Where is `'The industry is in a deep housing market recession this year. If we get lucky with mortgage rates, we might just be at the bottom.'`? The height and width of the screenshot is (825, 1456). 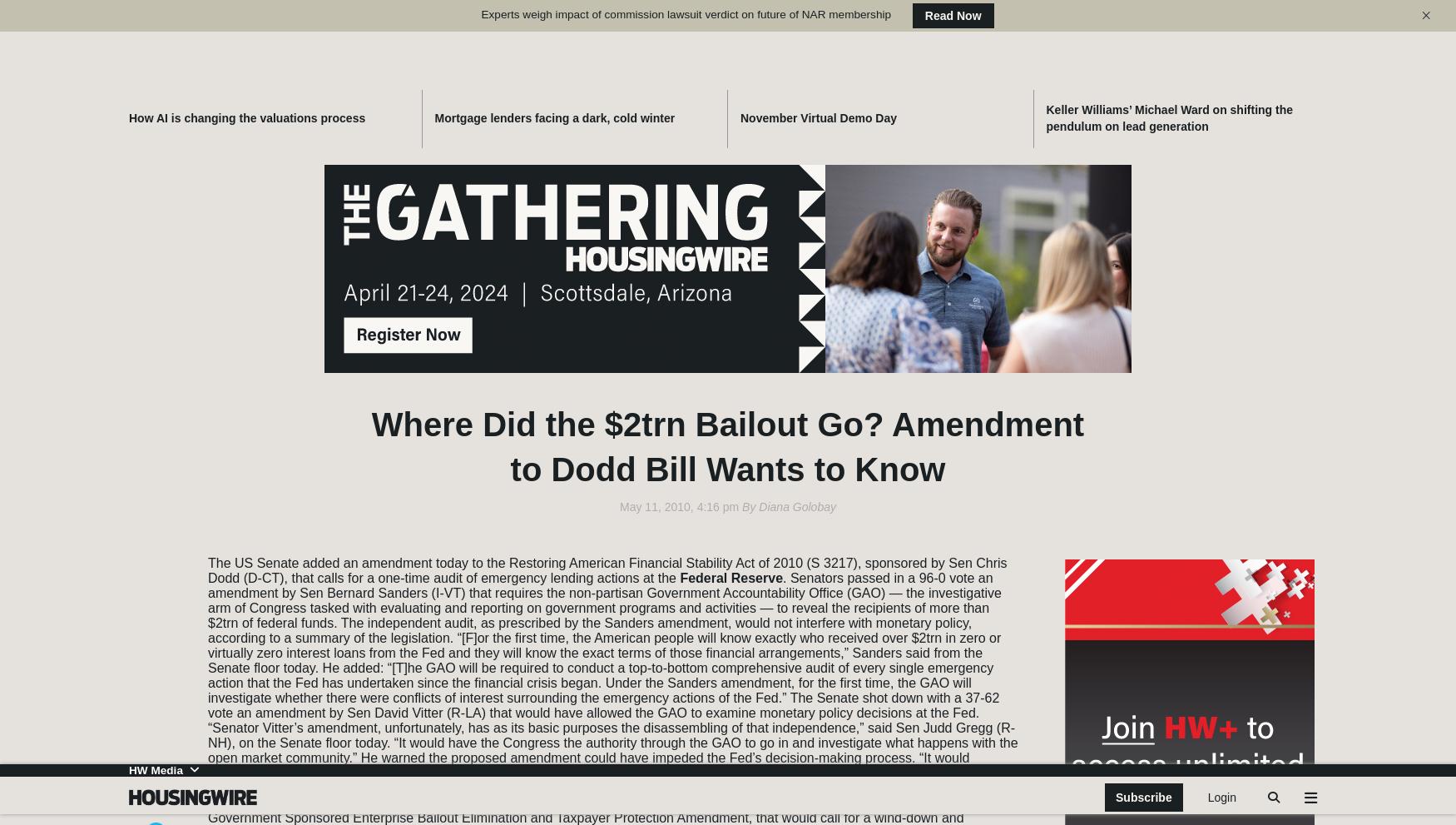 'The industry is in a deep housing market recession this year. If we get lucky with mortgage rates, we might just be at the bottom.' is located at coordinates (823, 733).